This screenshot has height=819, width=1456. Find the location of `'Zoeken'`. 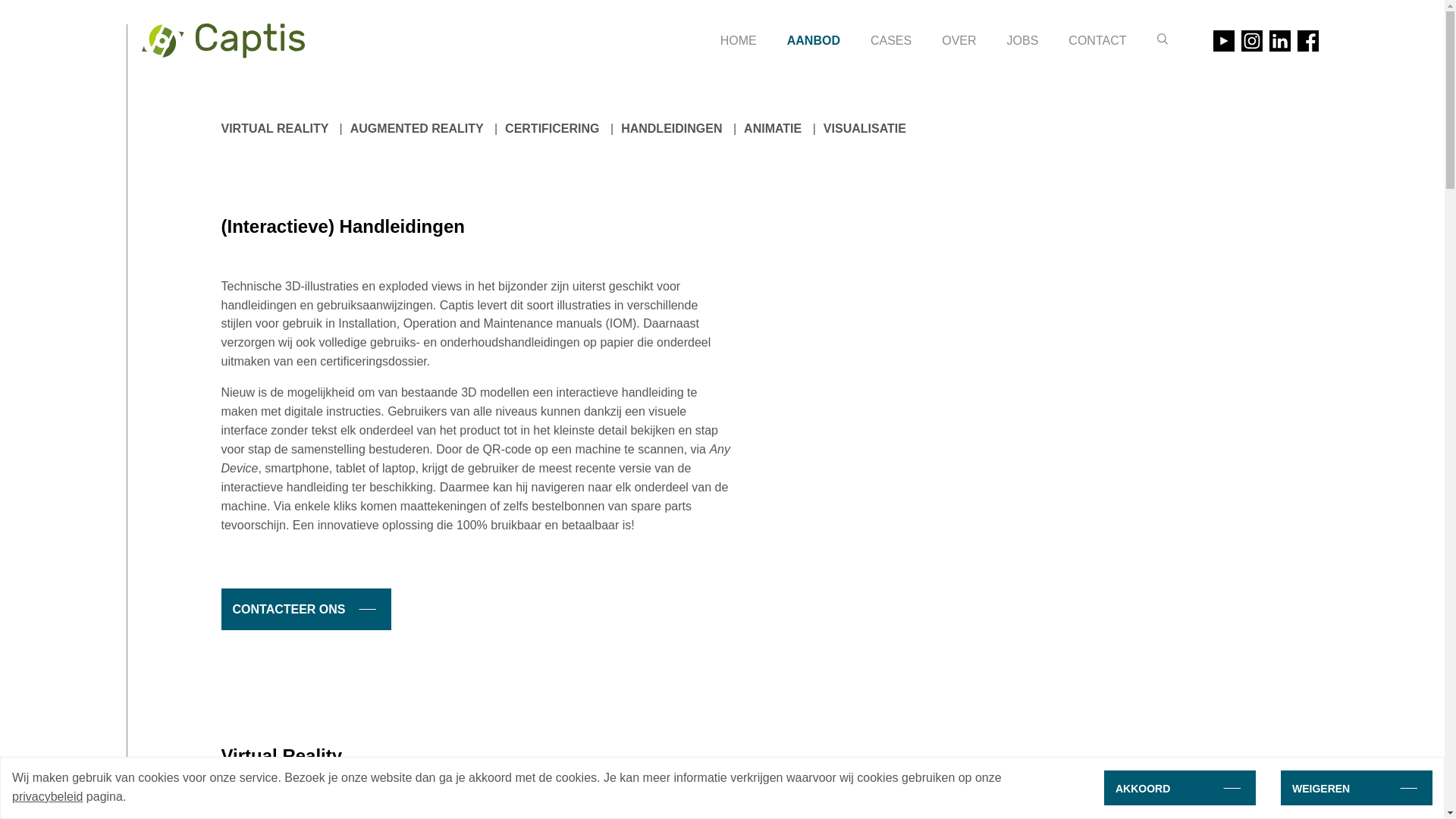

'Zoeken' is located at coordinates (1156, 38).